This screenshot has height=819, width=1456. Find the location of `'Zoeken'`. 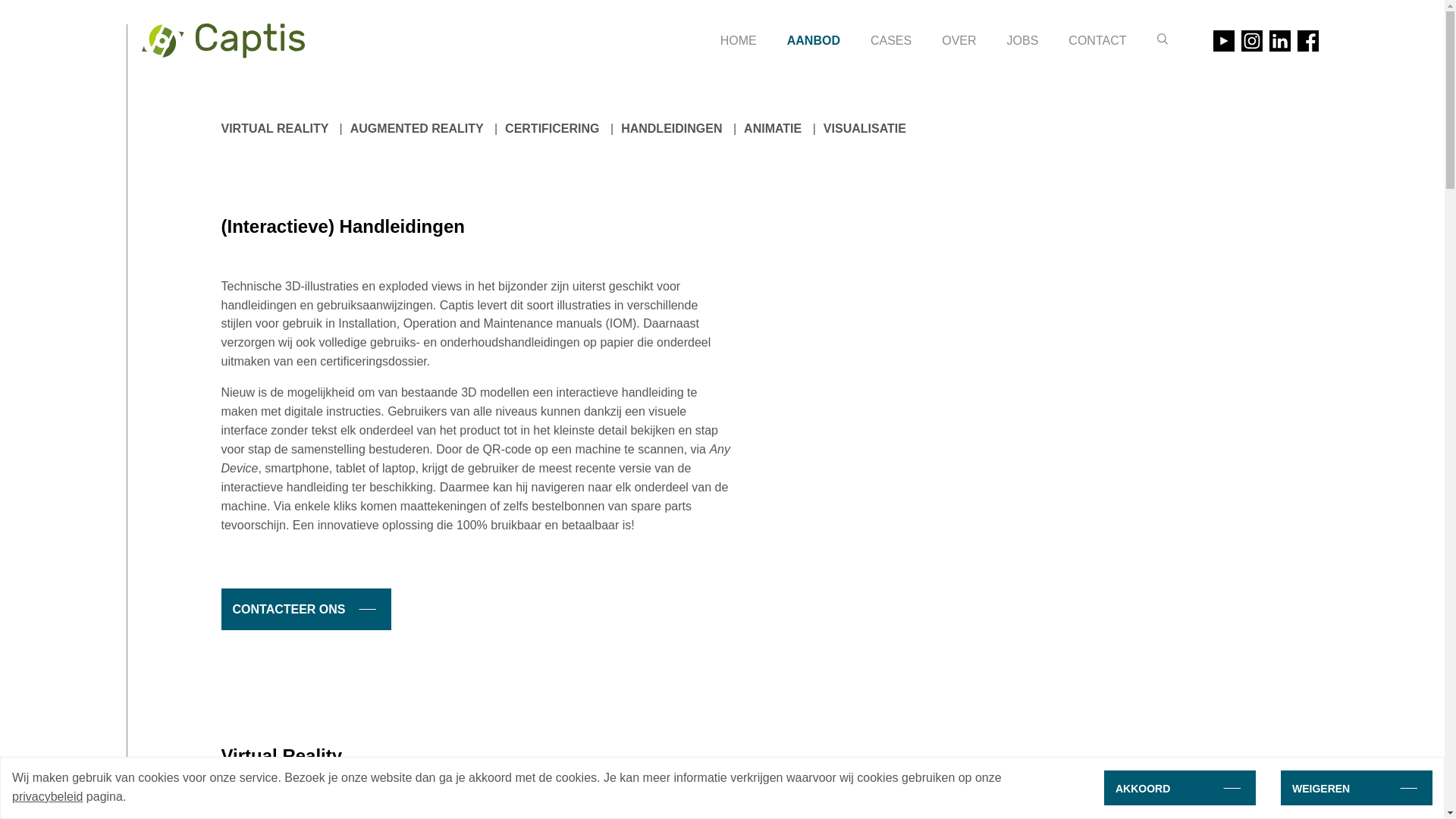

'Zoeken' is located at coordinates (1156, 38).